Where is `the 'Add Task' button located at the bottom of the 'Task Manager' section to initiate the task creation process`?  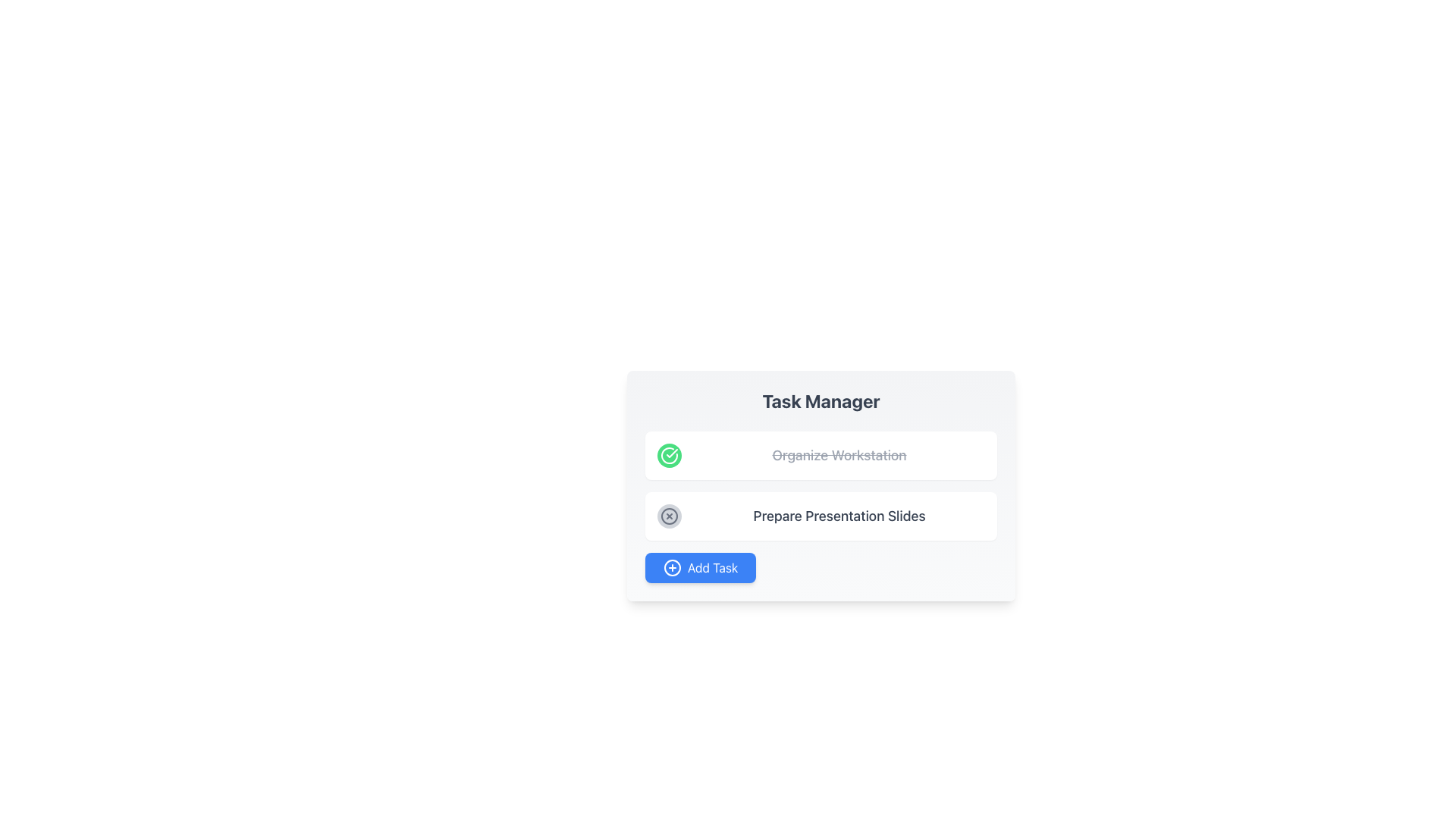
the 'Add Task' button located at the bottom of the 'Task Manager' section to initiate the task creation process is located at coordinates (700, 567).